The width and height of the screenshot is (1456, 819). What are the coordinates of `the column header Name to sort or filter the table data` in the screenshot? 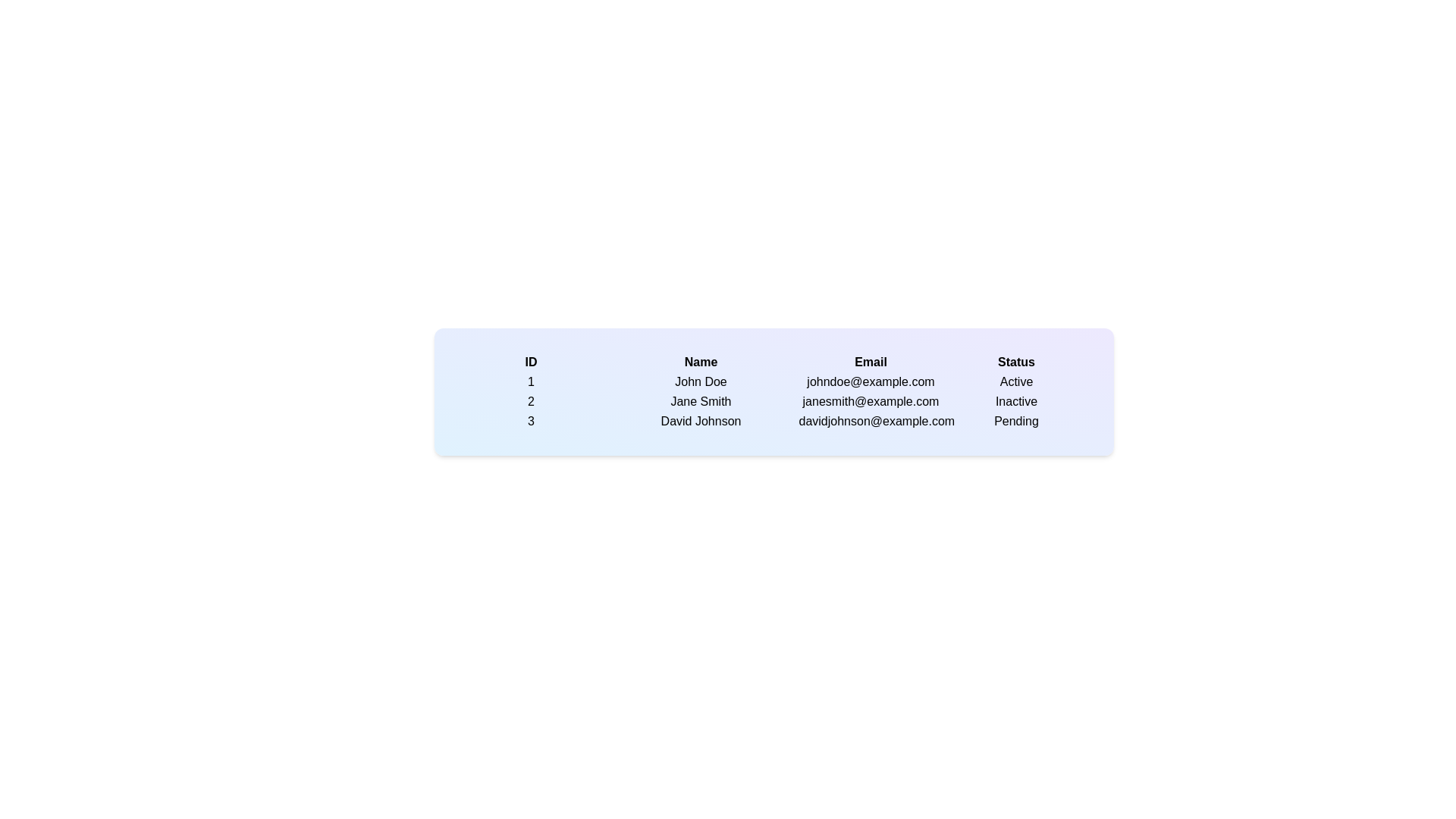 It's located at (700, 362).